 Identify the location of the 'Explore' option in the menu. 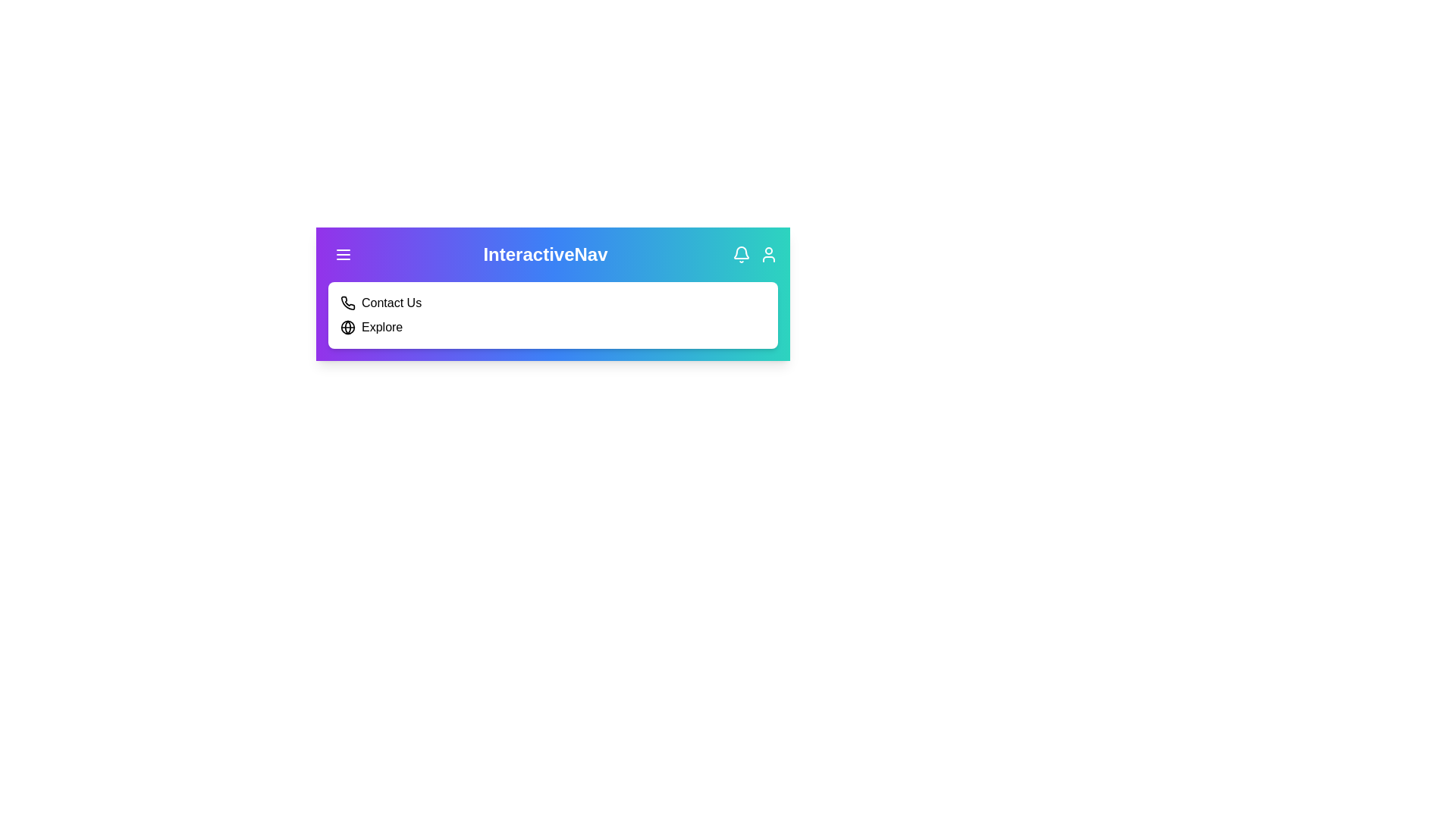
(382, 327).